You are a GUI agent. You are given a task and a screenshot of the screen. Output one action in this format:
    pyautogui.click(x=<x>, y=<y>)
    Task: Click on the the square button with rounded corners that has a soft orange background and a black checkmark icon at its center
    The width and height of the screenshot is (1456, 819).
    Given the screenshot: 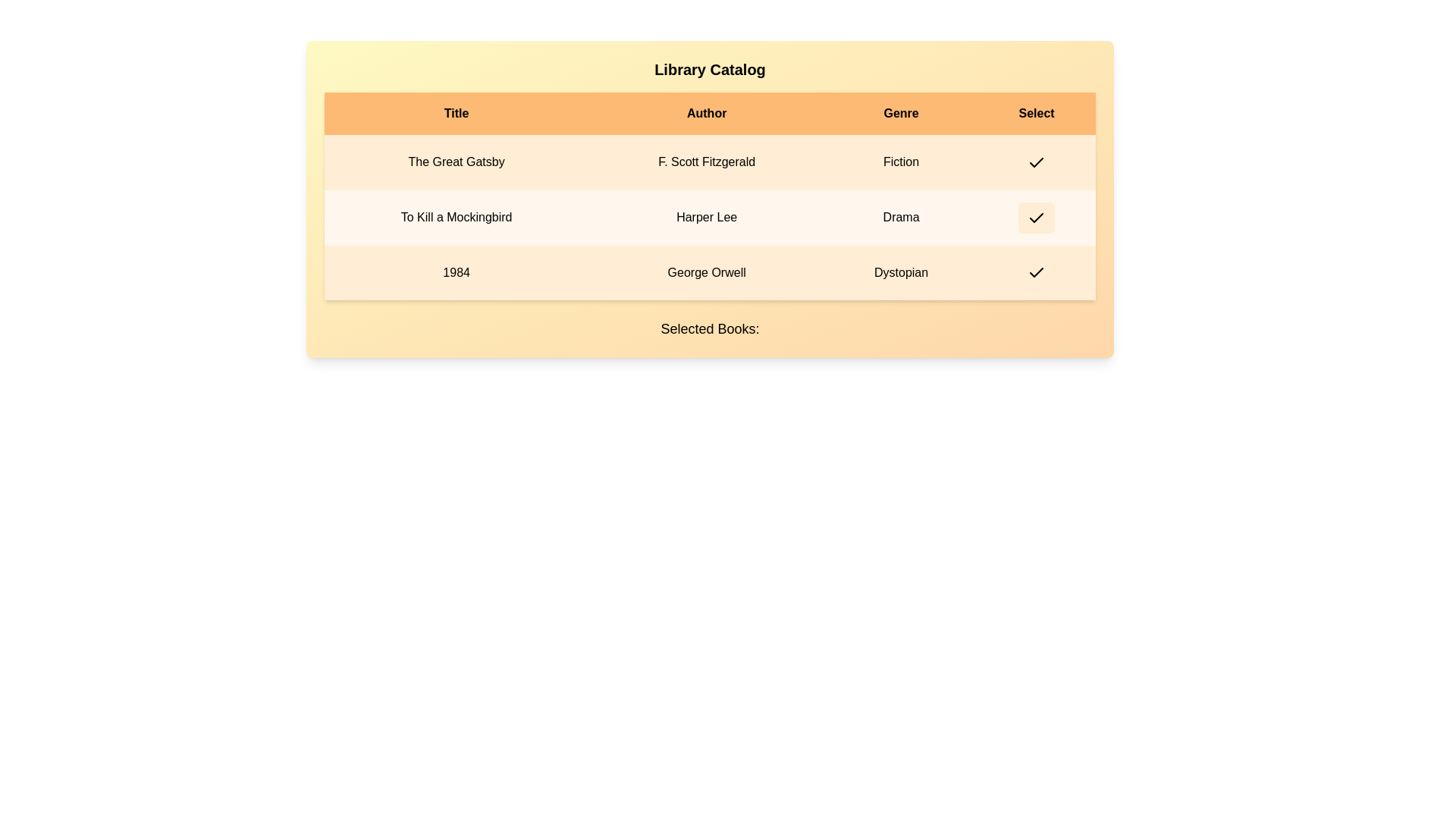 What is the action you would take?
    pyautogui.click(x=1036, y=162)
    